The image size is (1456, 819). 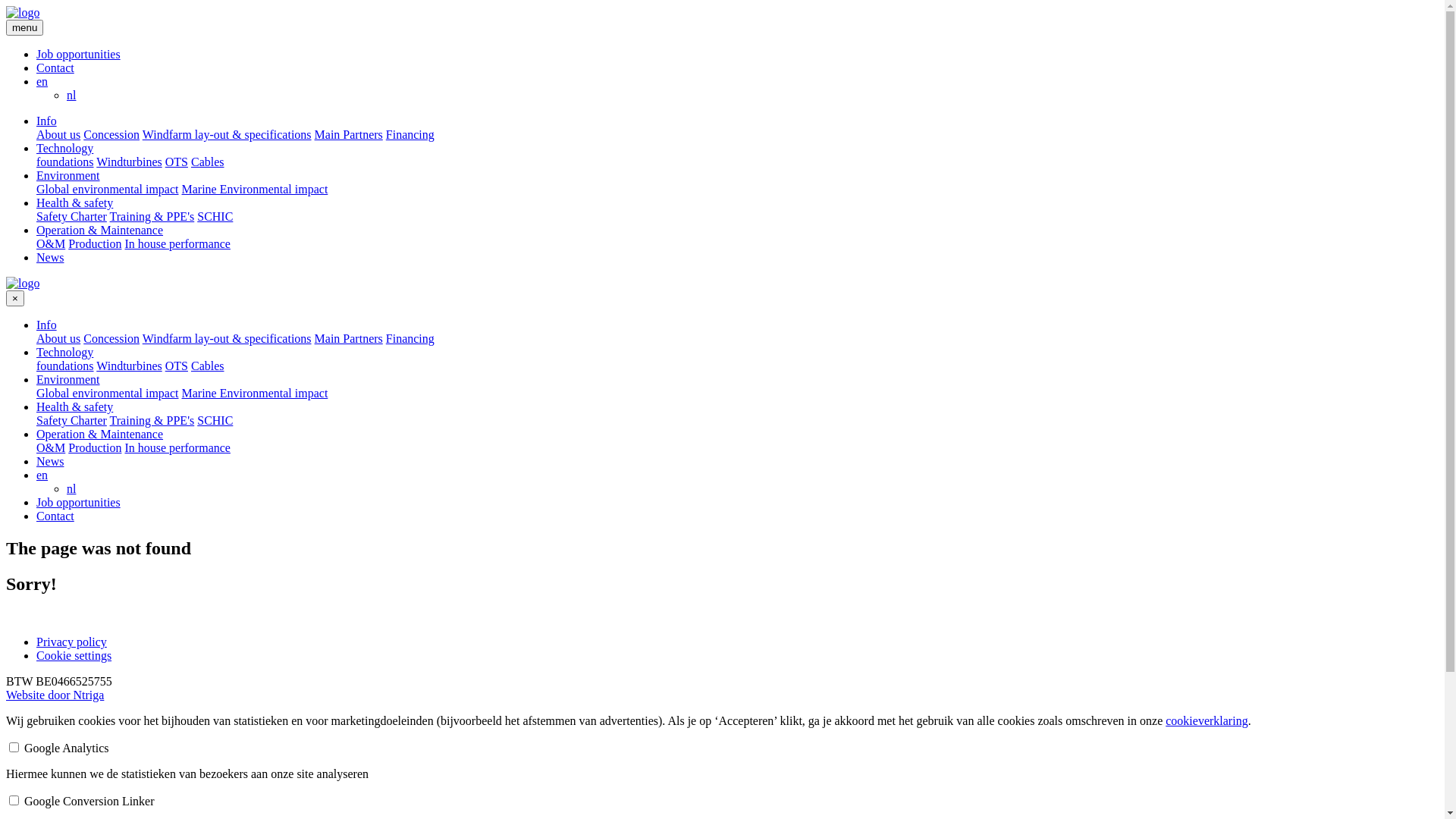 I want to click on 'cookieverklaring', so click(x=1205, y=720).